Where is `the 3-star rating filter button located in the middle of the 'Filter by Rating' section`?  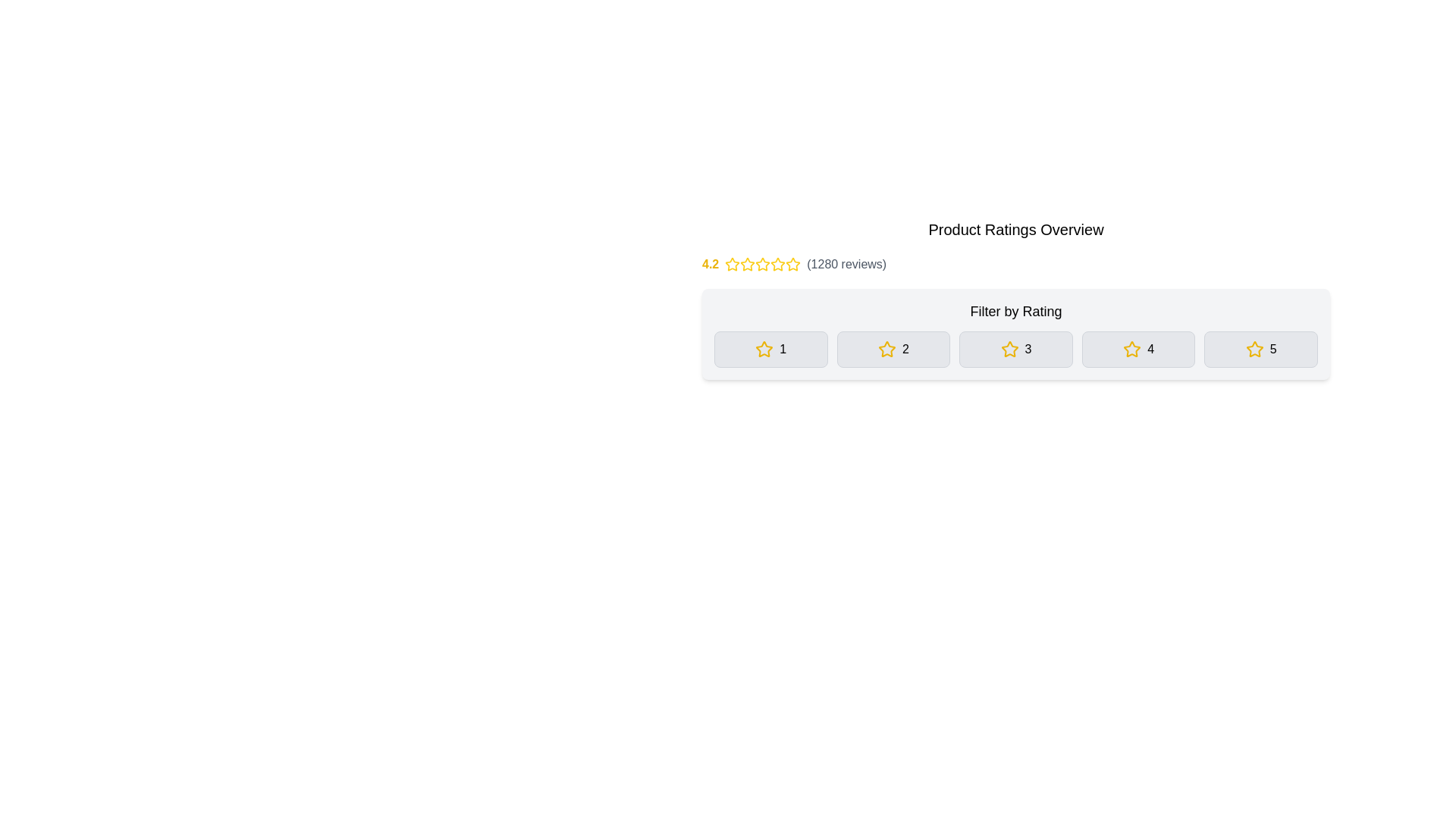 the 3-star rating filter button located in the middle of the 'Filter by Rating' section is located at coordinates (1015, 350).